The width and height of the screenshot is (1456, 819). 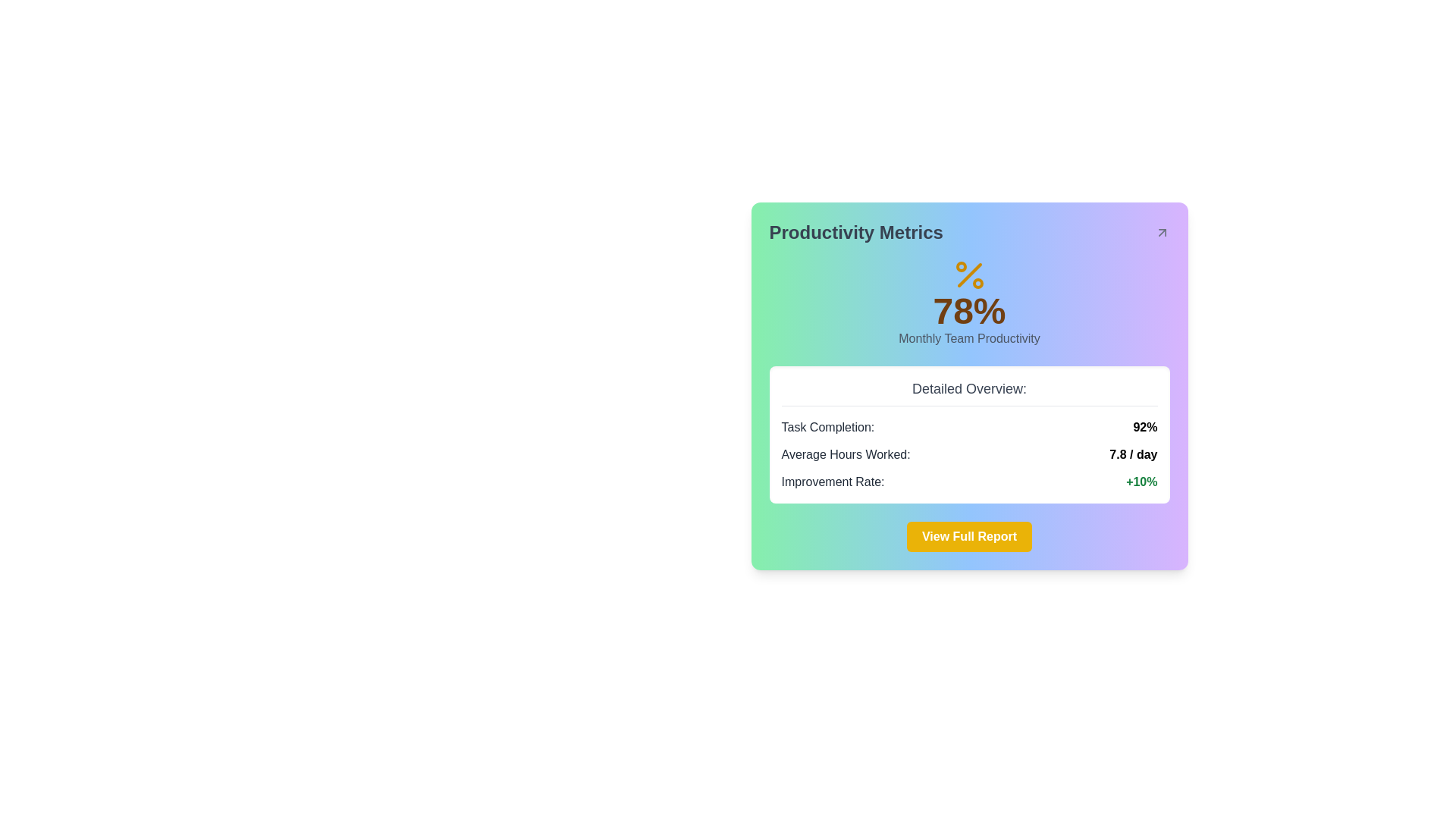 I want to click on the button located at the bottom center of the card element, so click(x=968, y=536).